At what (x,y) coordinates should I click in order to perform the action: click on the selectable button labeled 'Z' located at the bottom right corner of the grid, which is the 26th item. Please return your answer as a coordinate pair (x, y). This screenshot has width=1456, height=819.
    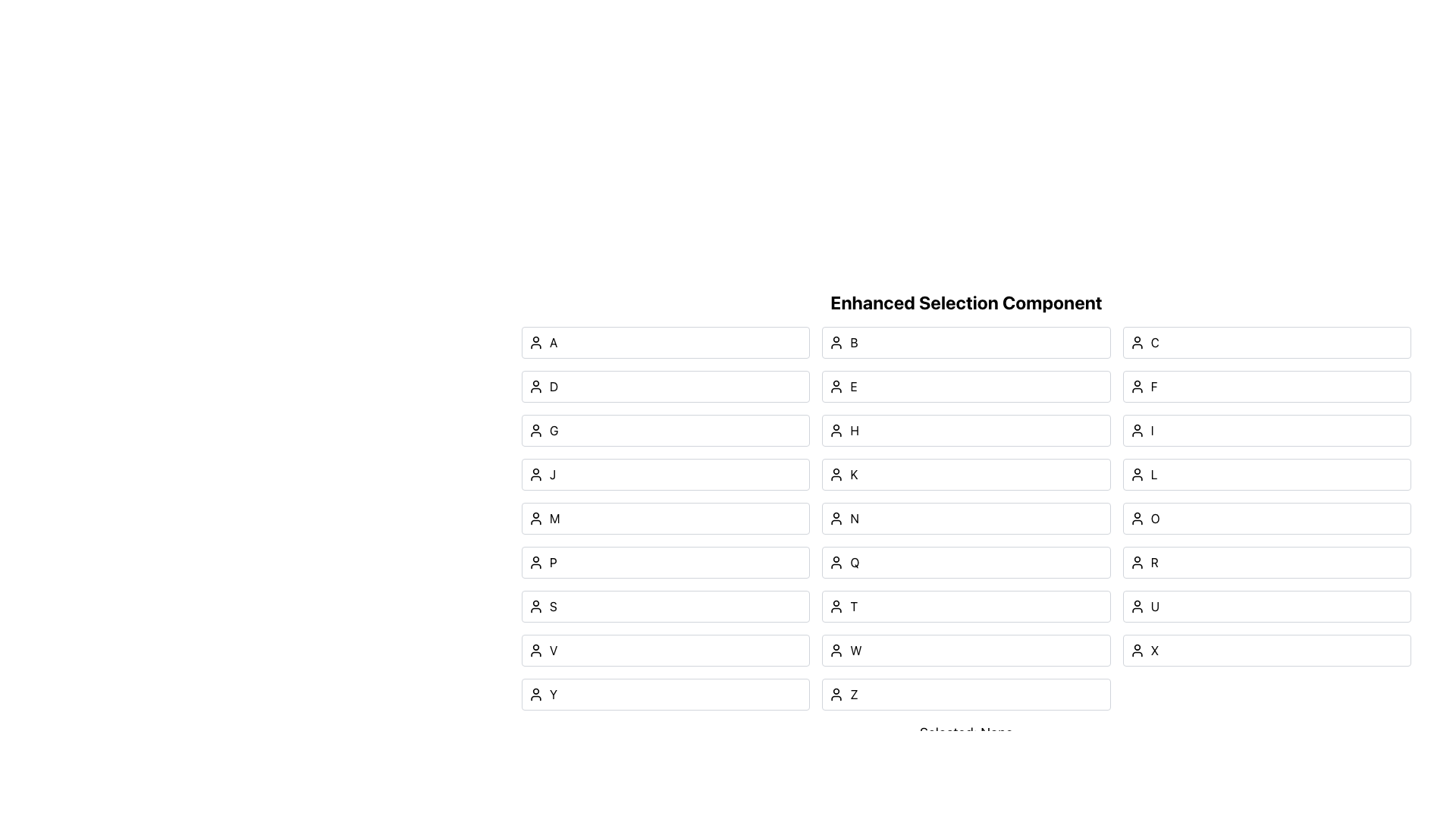
    Looking at the image, I should click on (965, 694).